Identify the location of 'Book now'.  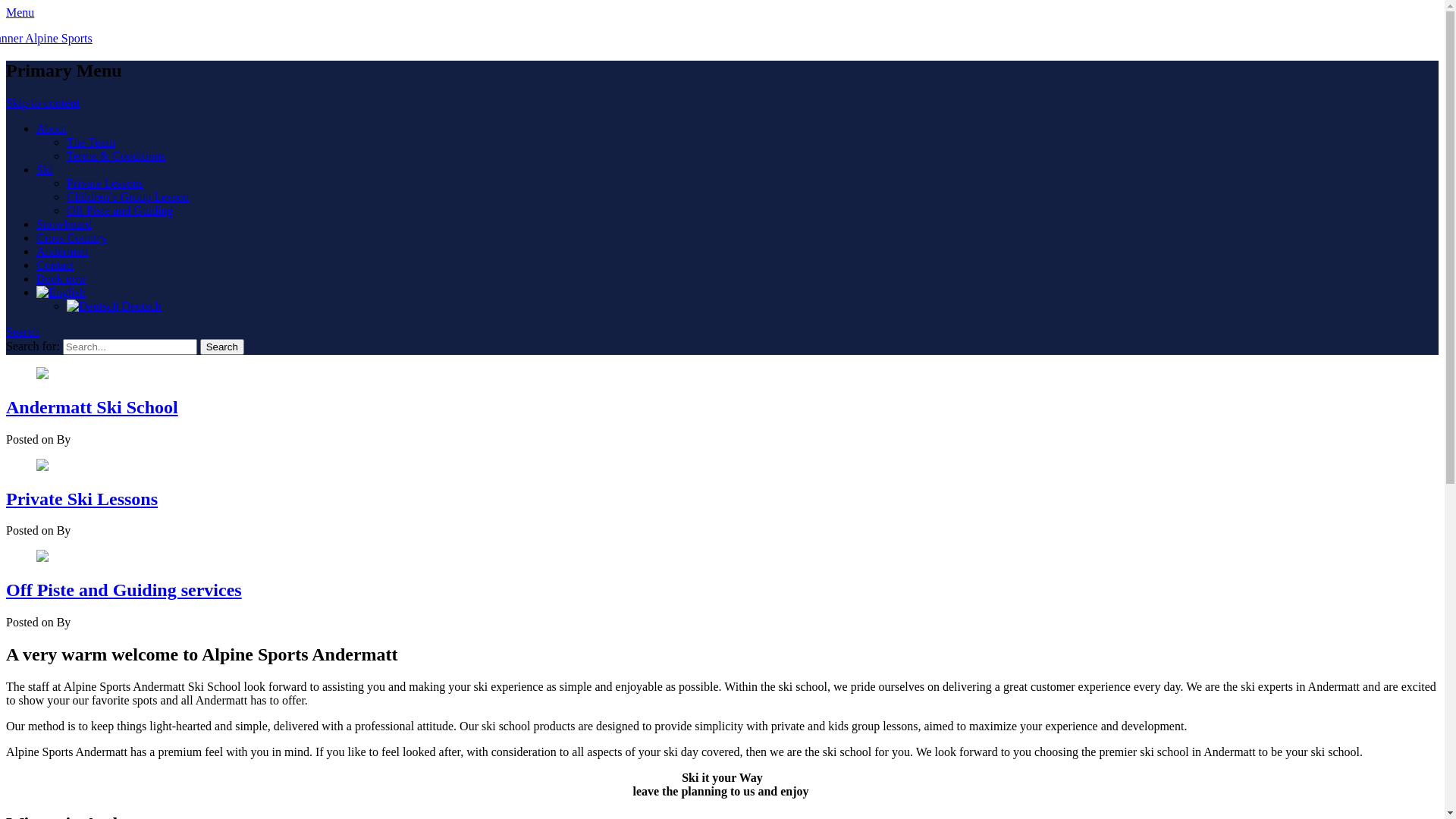
(36, 278).